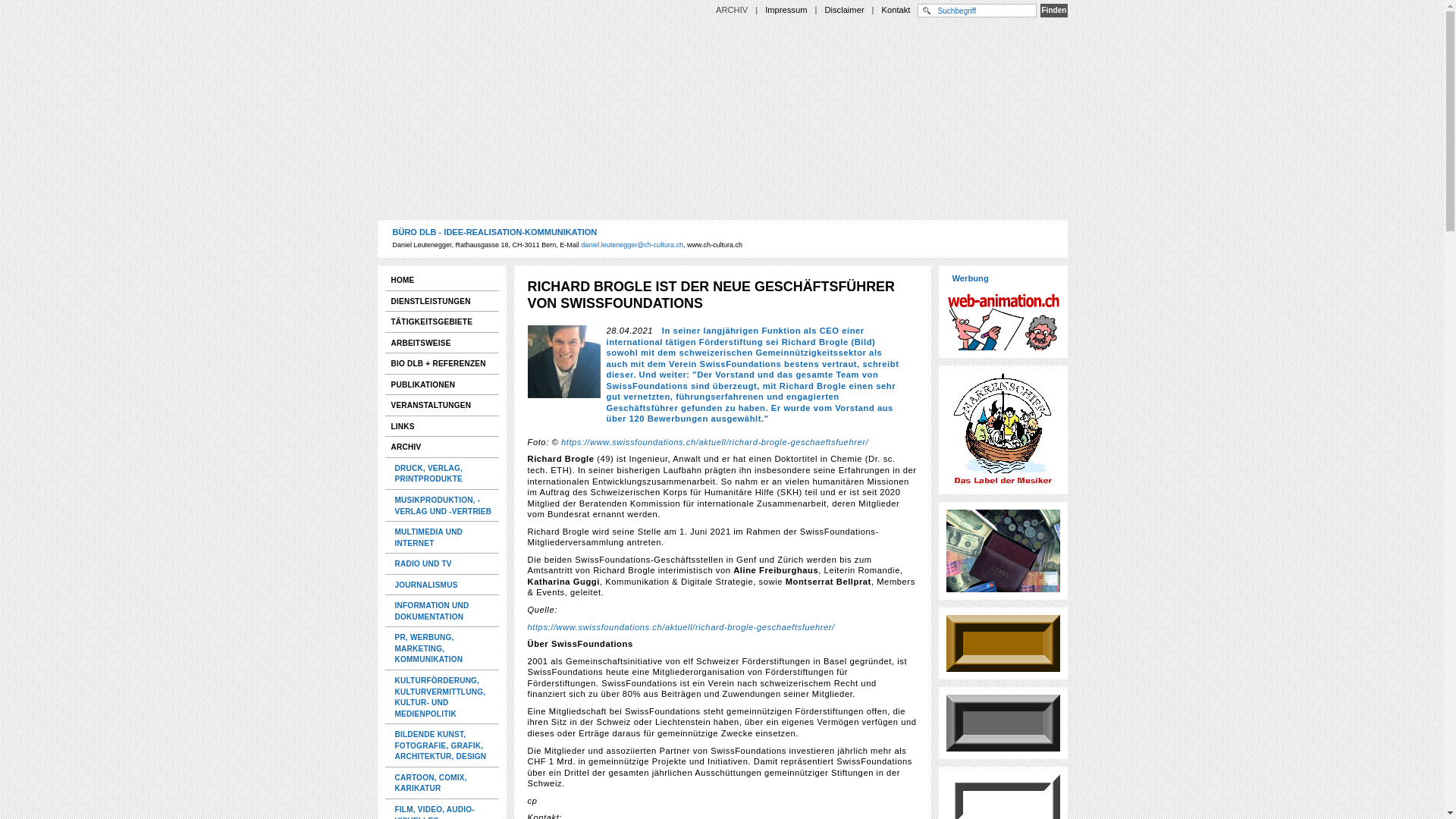  I want to click on 'BIO DLB + REFERENZEN', so click(441, 363).